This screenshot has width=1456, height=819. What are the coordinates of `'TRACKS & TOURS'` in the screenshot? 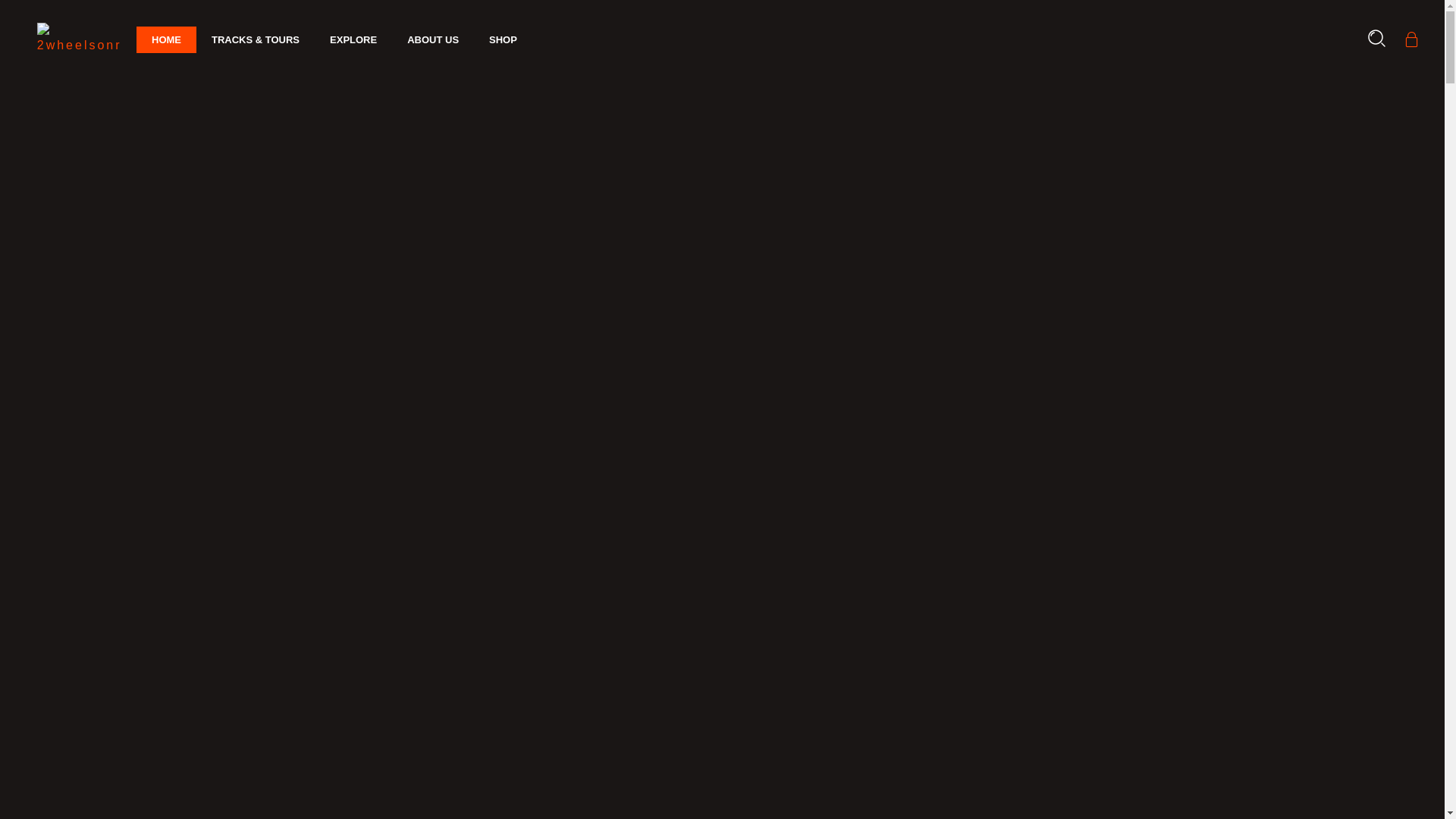 It's located at (255, 39).